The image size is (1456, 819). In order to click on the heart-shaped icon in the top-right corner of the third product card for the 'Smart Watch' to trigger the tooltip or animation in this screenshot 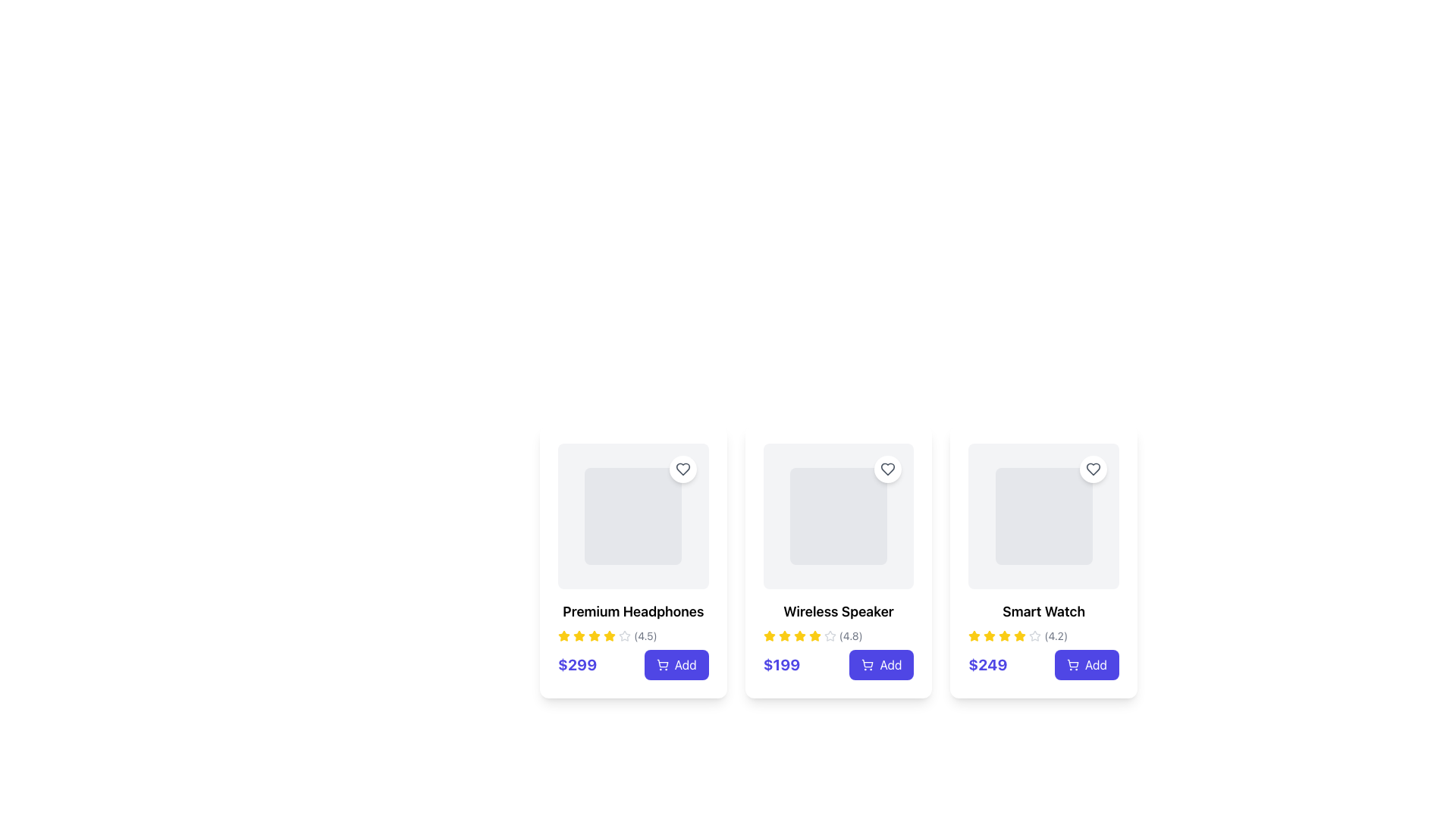, I will do `click(1093, 468)`.